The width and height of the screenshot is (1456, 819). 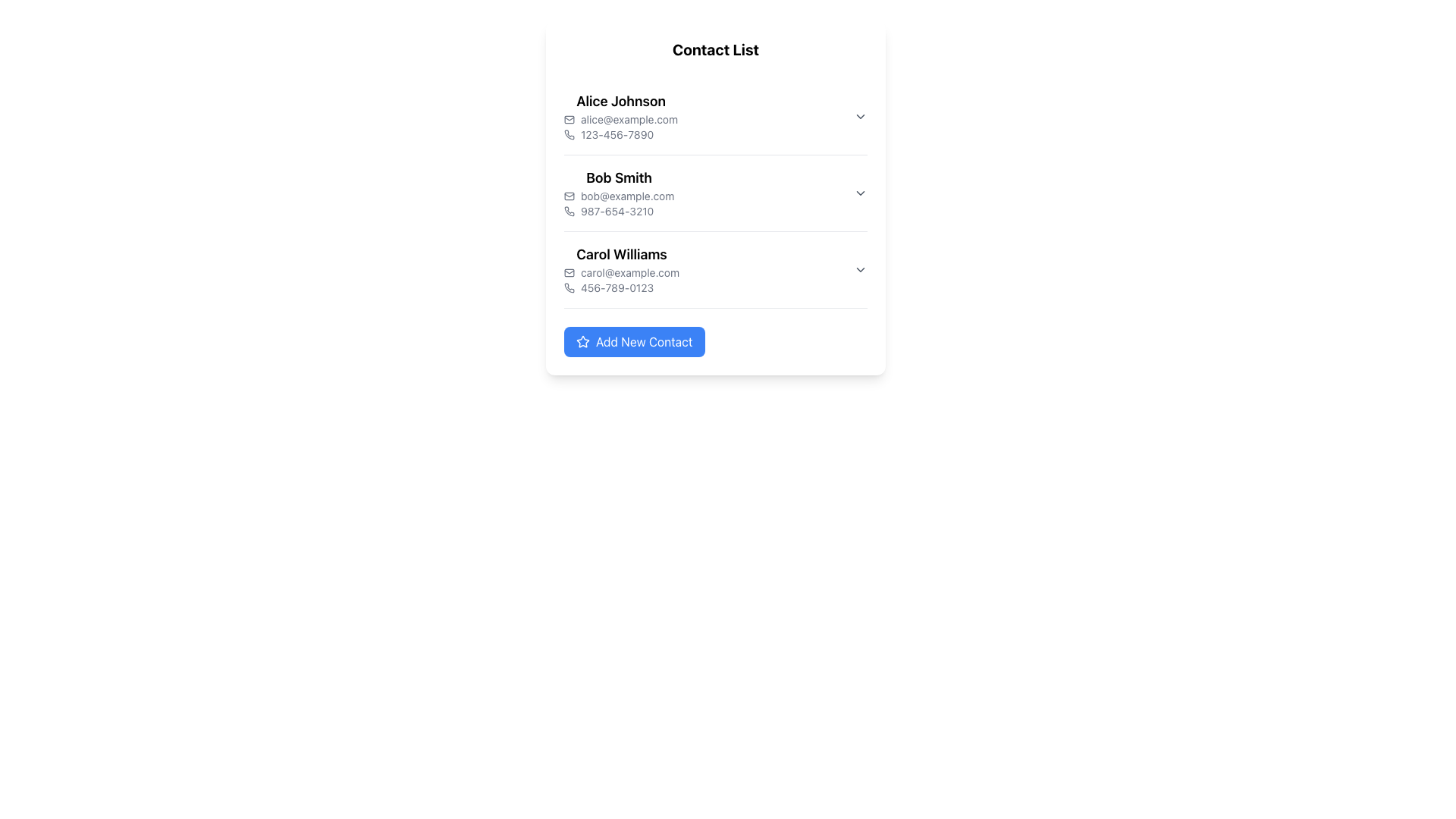 I want to click on the email address 'alice@example.com', so click(x=621, y=119).